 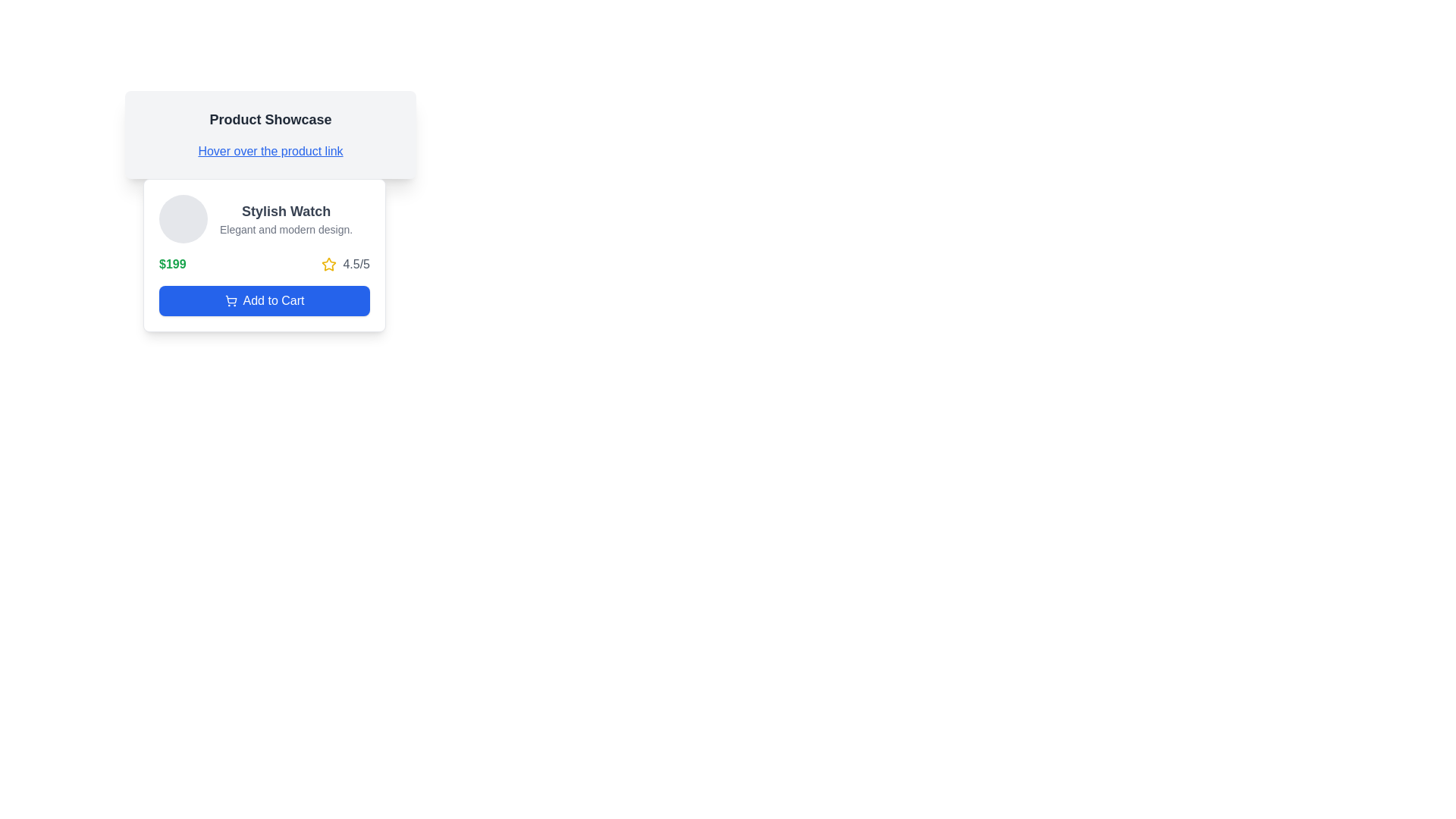 I want to click on the main body of the shopping cart icon, which is represented within a group of SVG elements, to indicate interaction, so click(x=230, y=300).